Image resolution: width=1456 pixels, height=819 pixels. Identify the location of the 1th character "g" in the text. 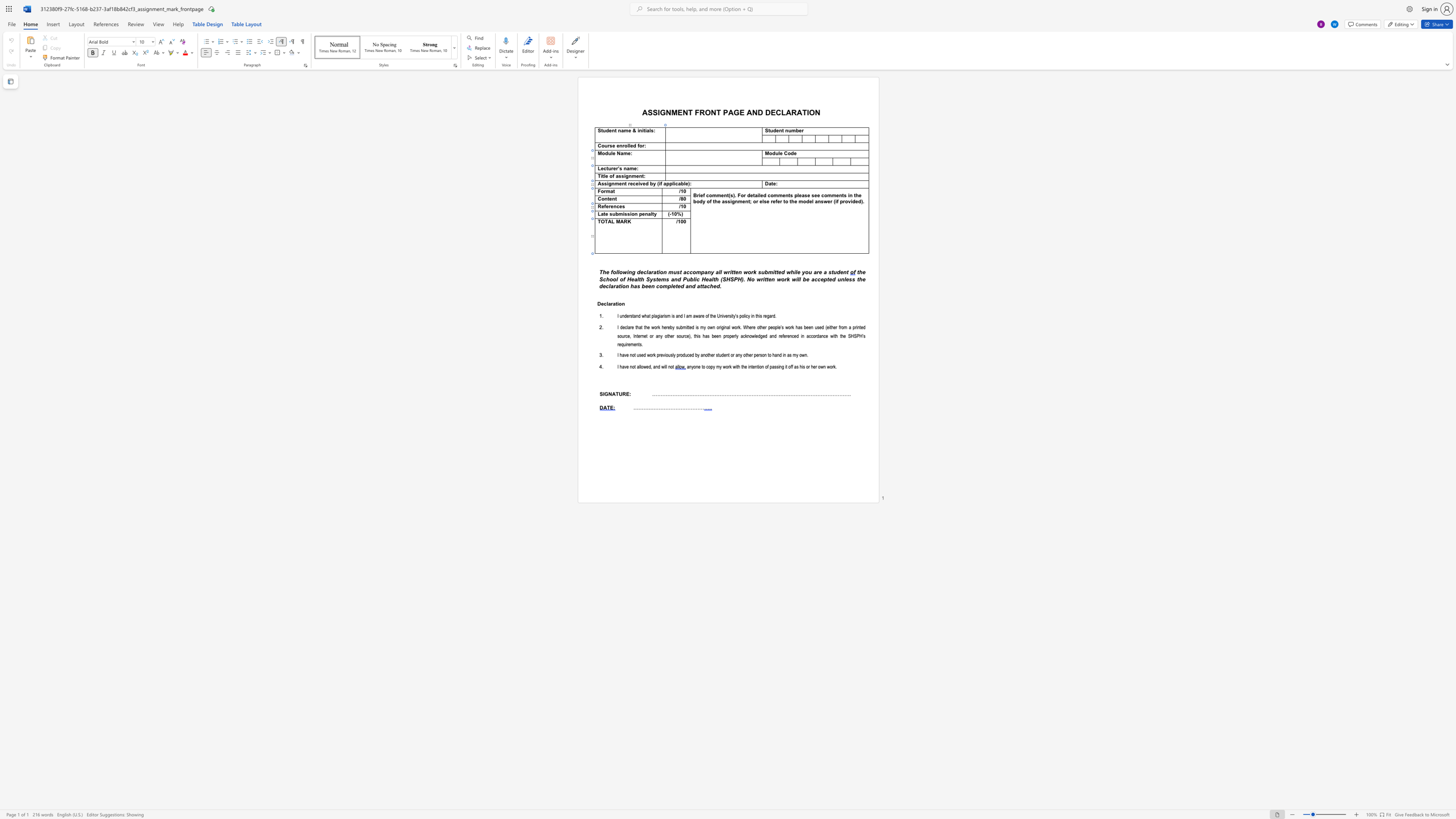
(633, 272).